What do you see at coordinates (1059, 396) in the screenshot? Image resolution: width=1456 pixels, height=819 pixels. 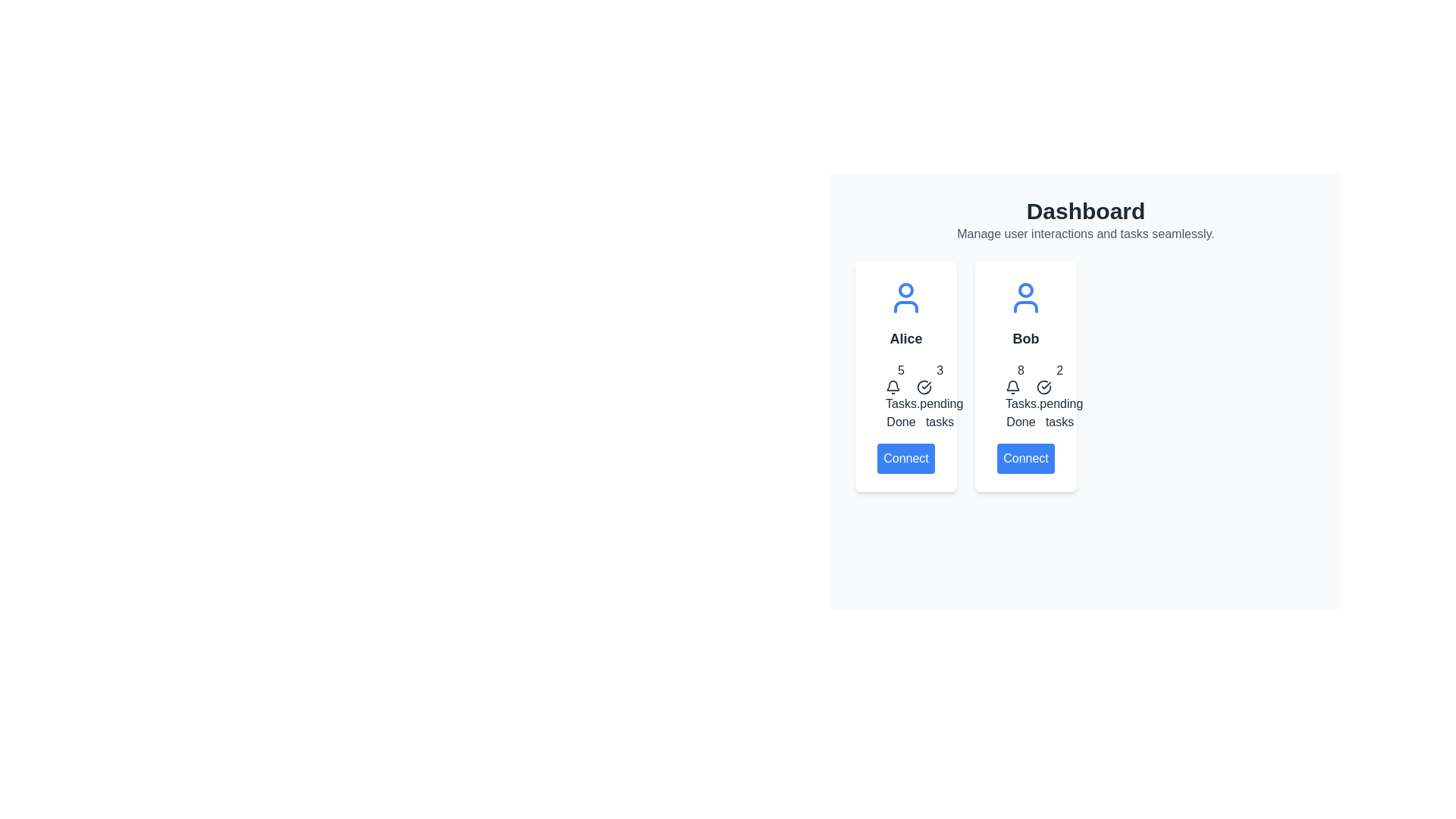 I see `the composite informational display element showing the number '2' with a check icon and the text '.pending tasks' located in the lower-right portion of Bob's card on the dashboard` at bounding box center [1059, 396].